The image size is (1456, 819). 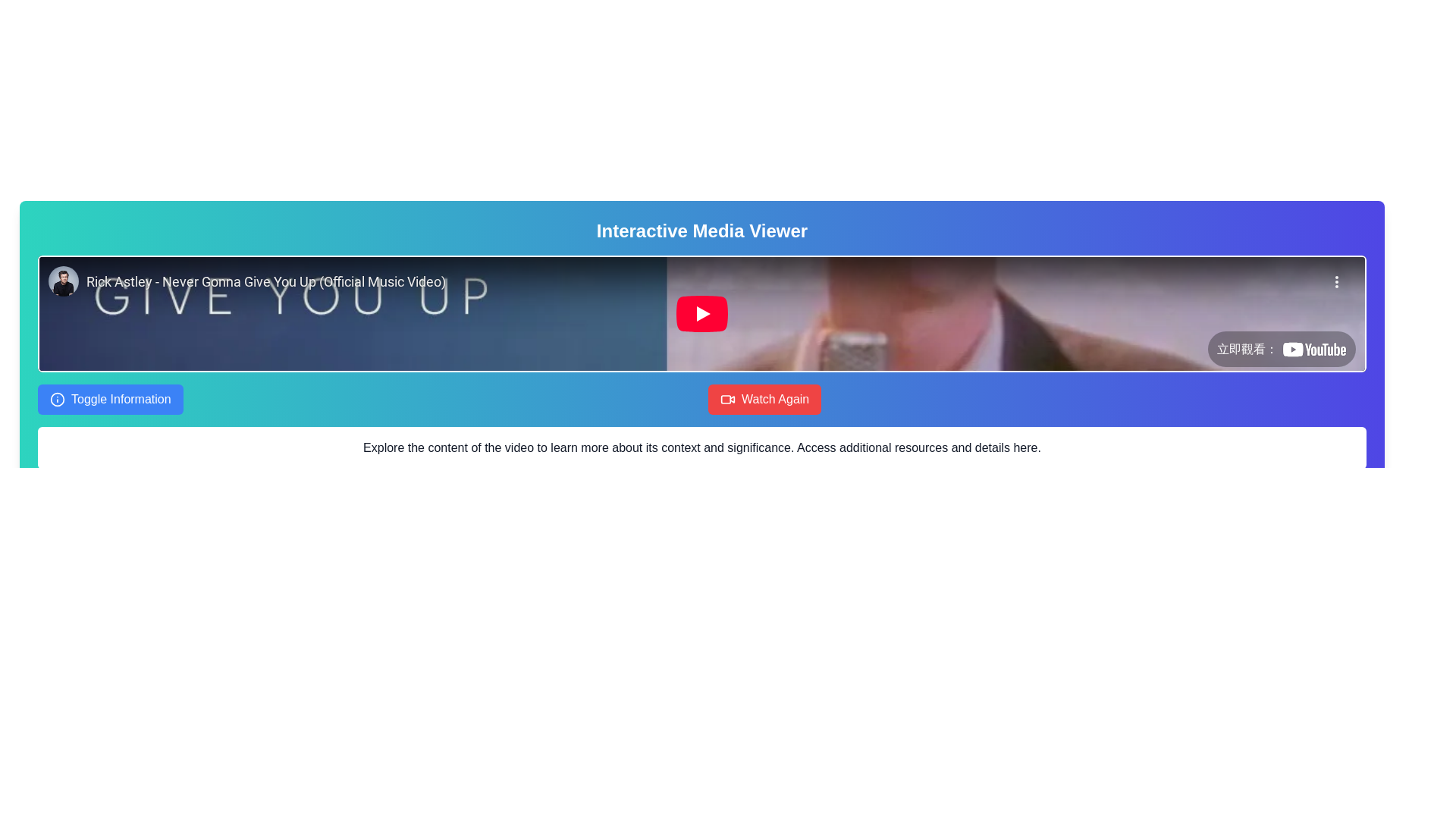 I want to click on the red rectangular button labeled 'Watch Again' with a video camera icon to restart the video, so click(x=764, y=399).